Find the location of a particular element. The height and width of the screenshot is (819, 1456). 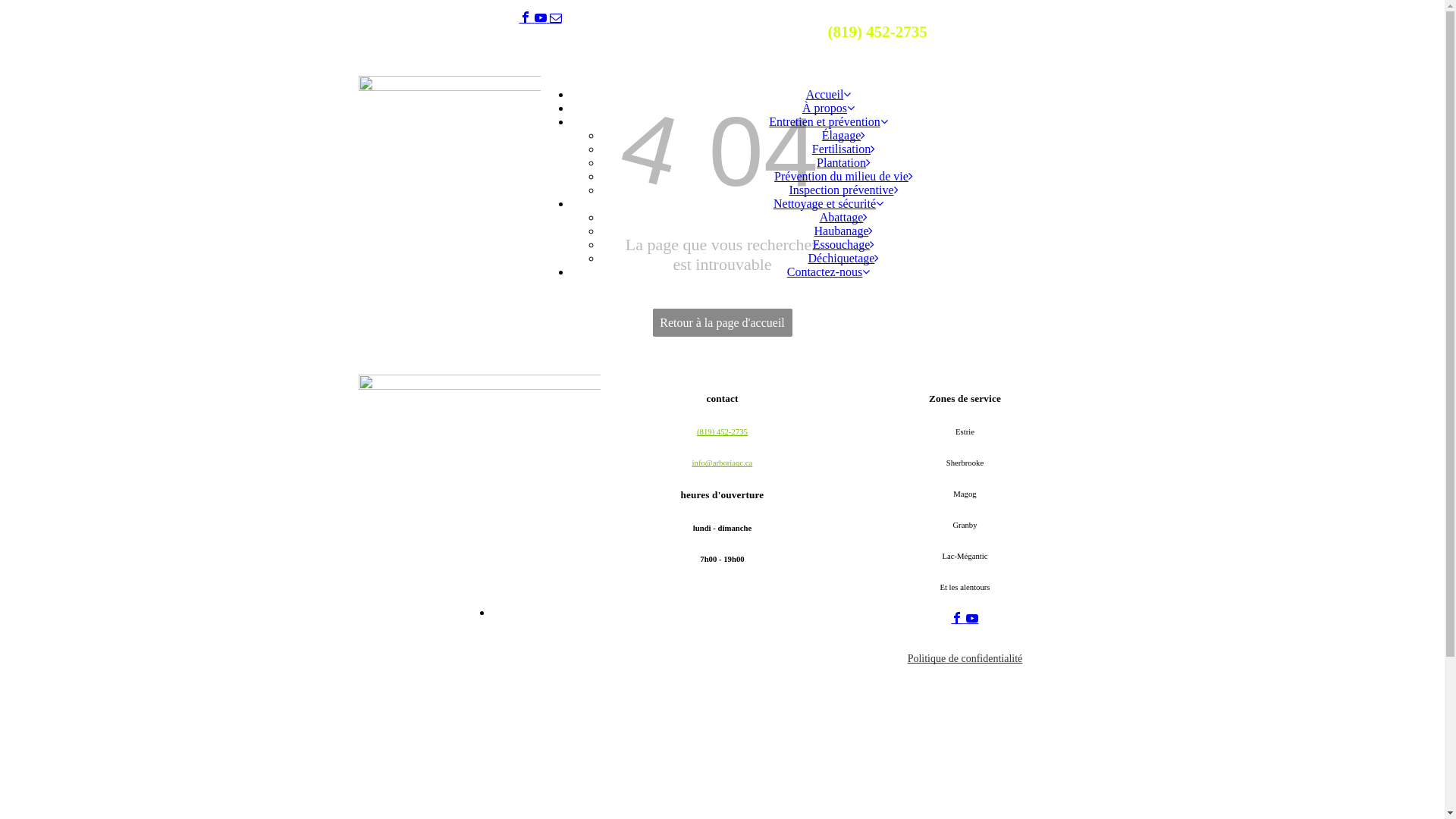

'Accueil' is located at coordinates (805, 94).